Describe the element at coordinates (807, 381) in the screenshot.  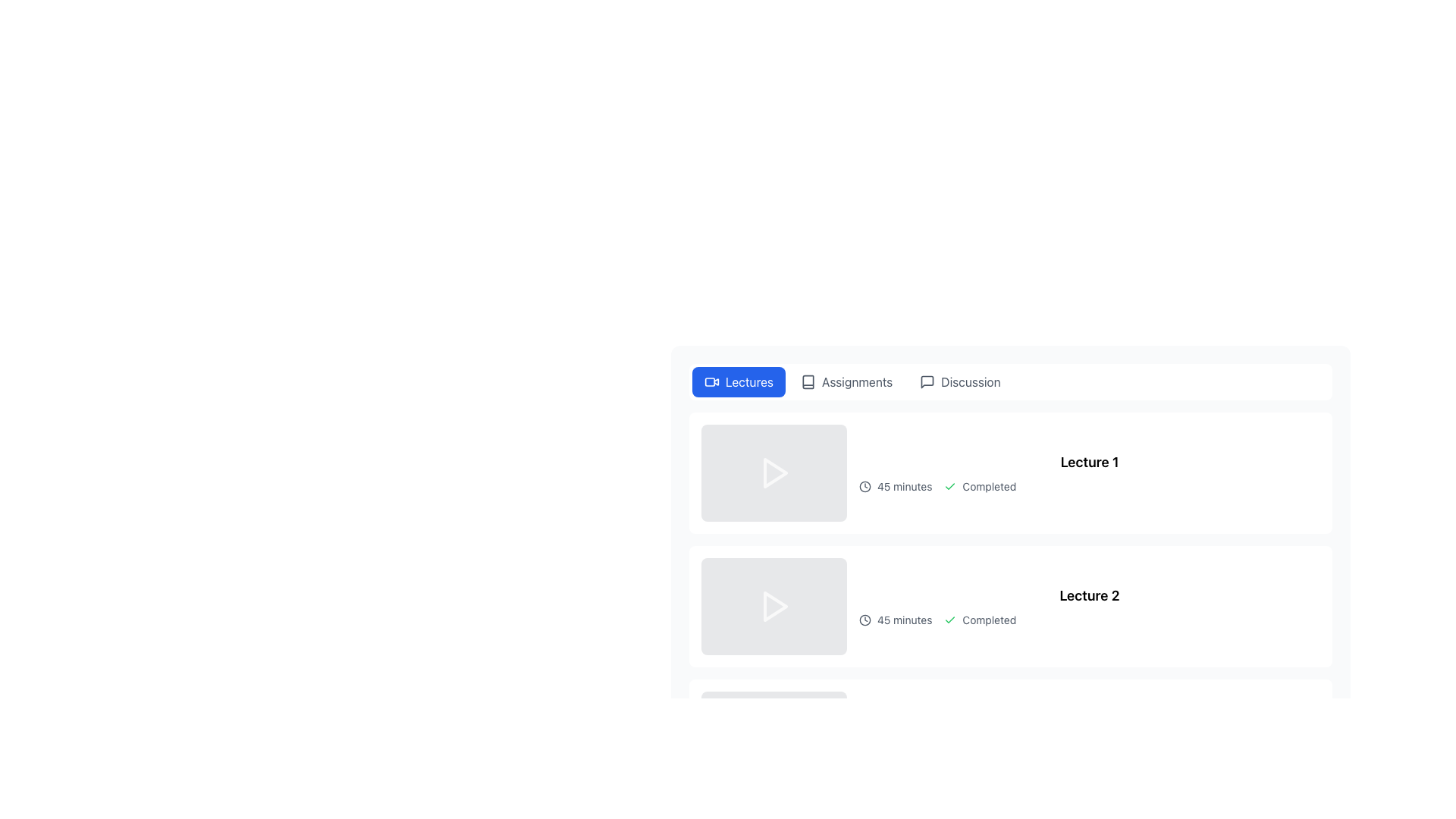
I see `the navigation icon located at the top left of the interface, which directs to a section related to courses or materials` at that location.